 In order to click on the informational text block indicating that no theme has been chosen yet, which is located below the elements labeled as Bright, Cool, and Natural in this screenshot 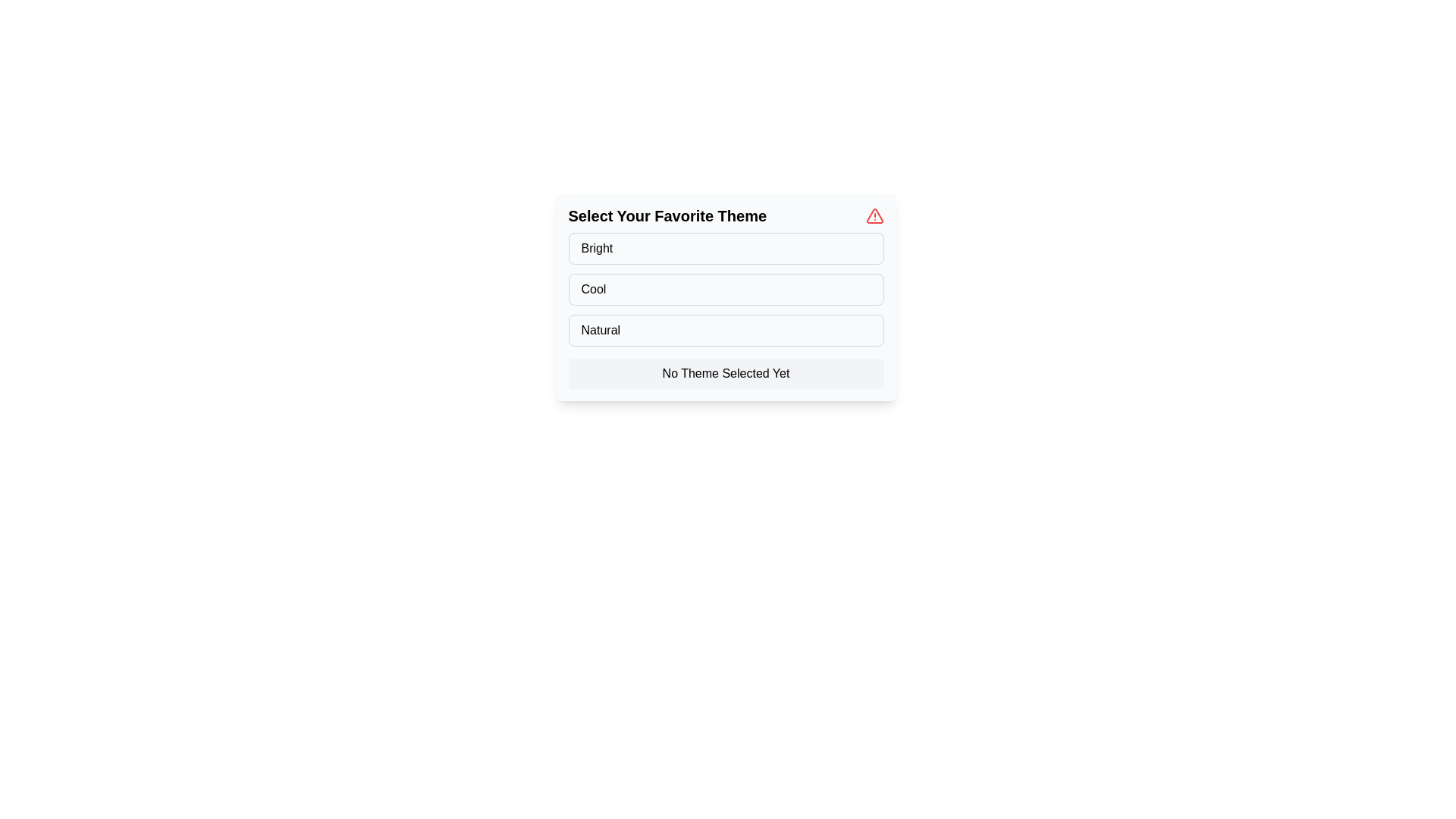, I will do `click(725, 374)`.